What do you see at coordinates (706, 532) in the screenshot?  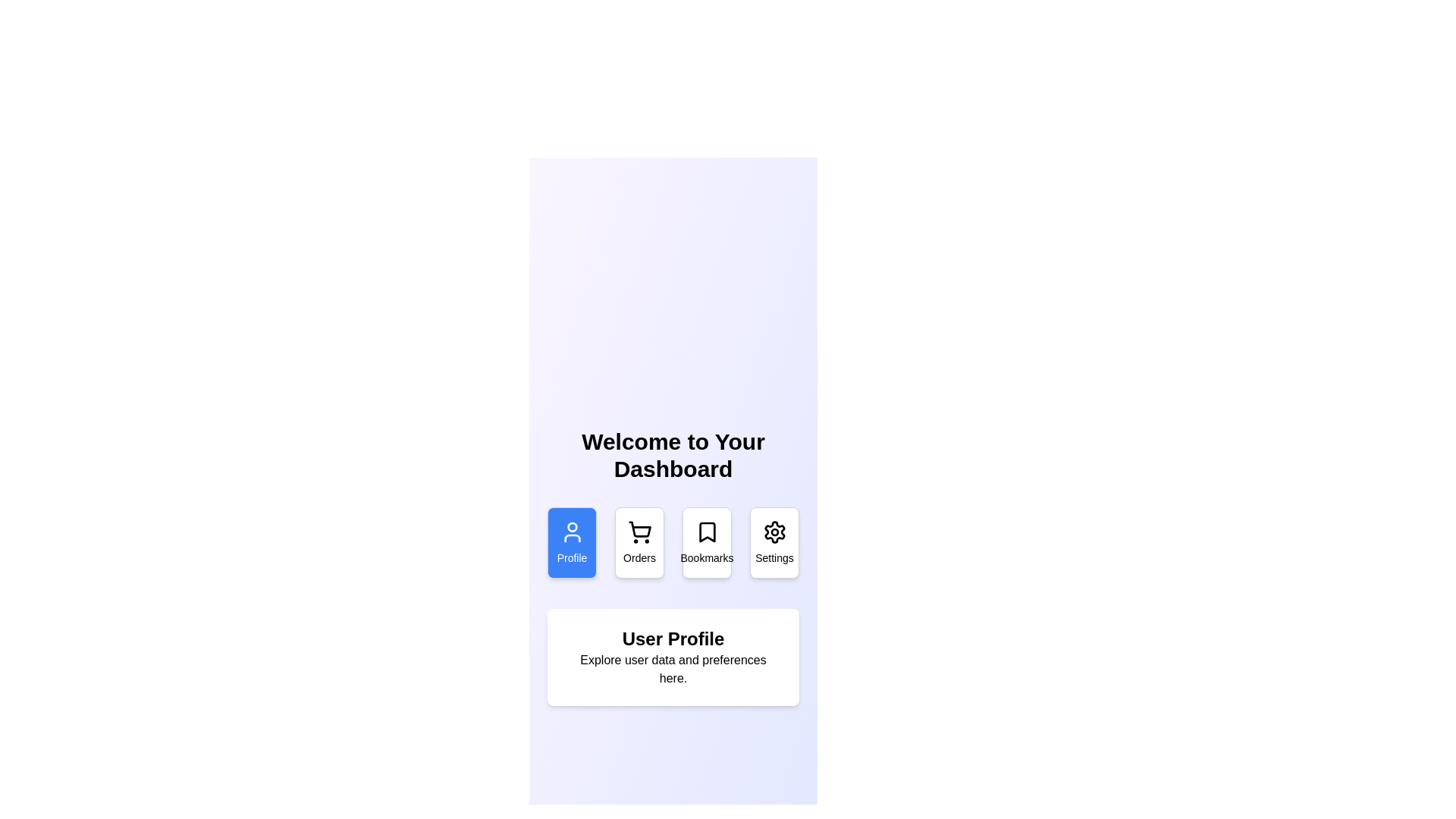 I see `the SVG bookmark icon, which is visually centered above the 'Bookmarks' text and located between the 'Orders' and 'Settings' buttons` at bounding box center [706, 532].